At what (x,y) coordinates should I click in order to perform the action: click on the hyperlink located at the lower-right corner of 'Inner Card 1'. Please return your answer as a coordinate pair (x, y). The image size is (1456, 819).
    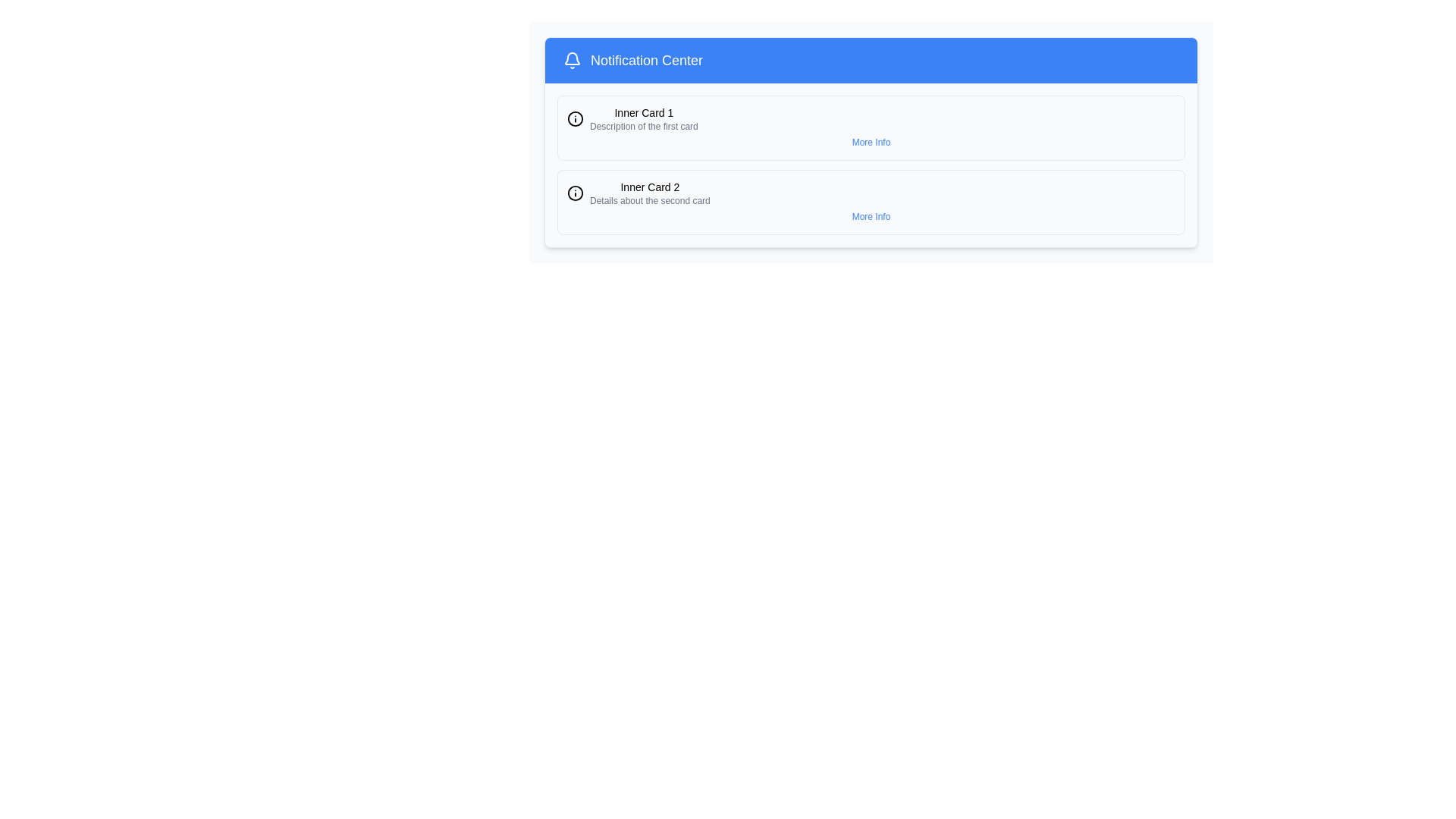
    Looking at the image, I should click on (871, 143).